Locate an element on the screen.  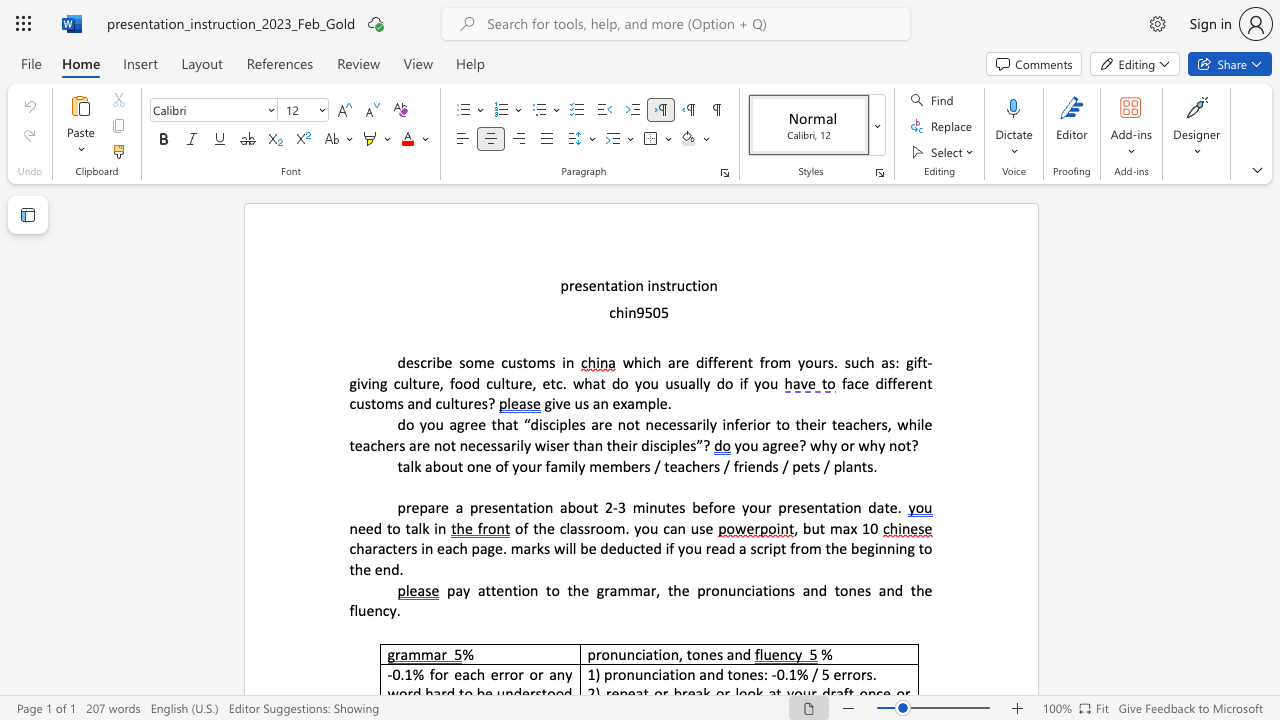
the subset text "ple" within the text "give us an example." is located at coordinates (647, 403).